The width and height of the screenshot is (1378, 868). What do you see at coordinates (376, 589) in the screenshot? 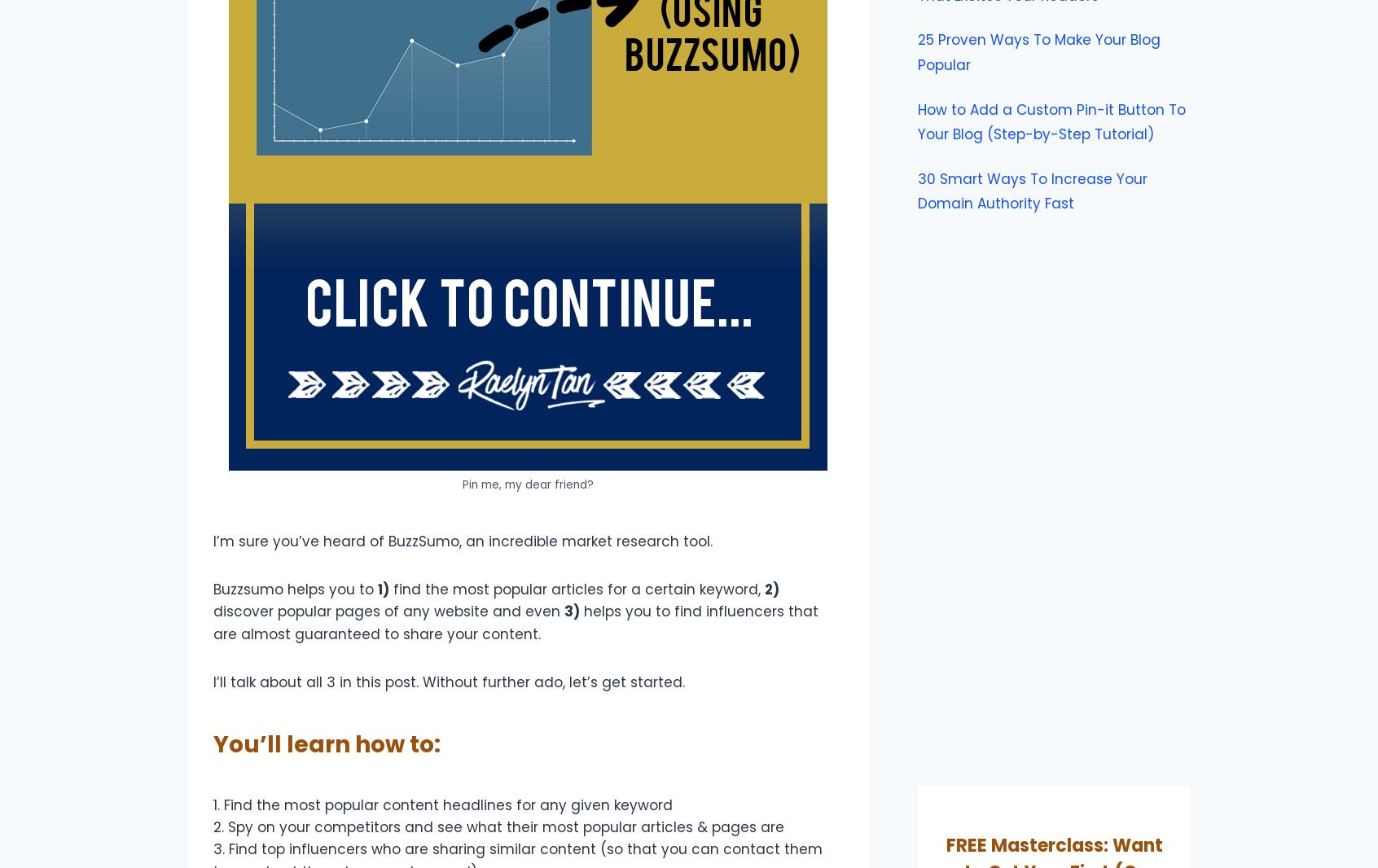
I see `'1)'` at bounding box center [376, 589].